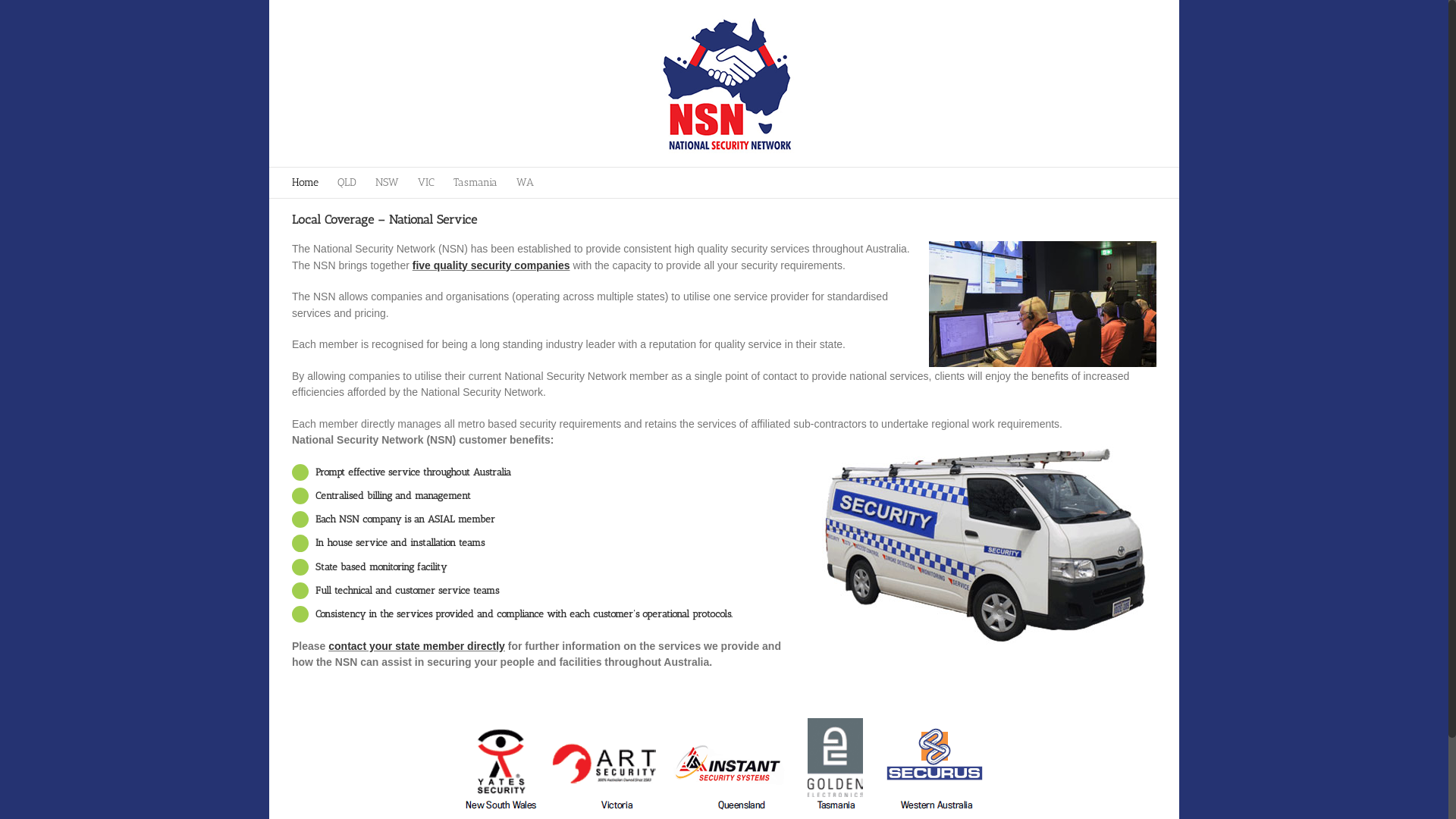  What do you see at coordinates (516, 181) in the screenshot?
I see `'WA'` at bounding box center [516, 181].